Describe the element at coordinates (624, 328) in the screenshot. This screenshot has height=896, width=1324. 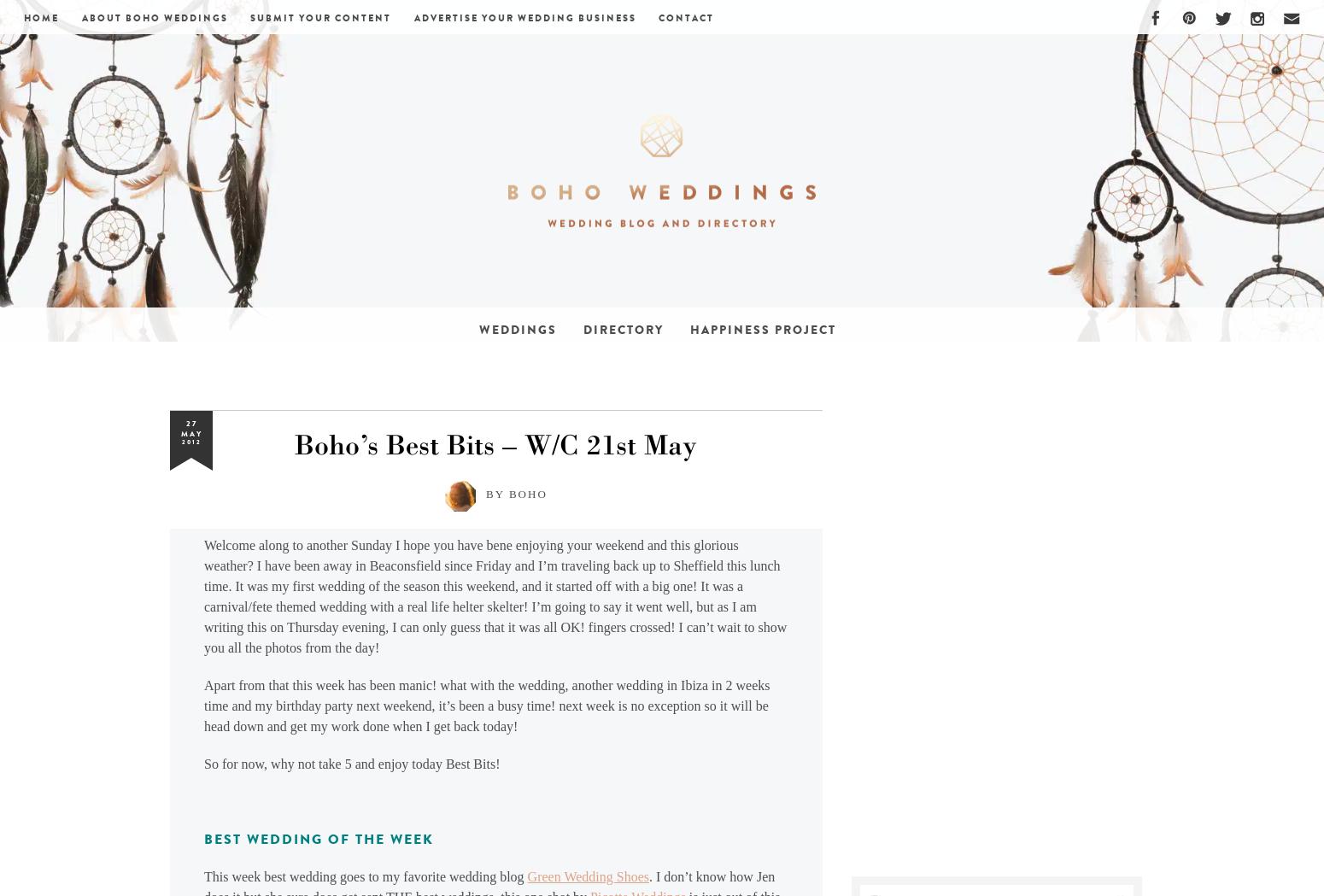
I see `'Directory'` at that location.